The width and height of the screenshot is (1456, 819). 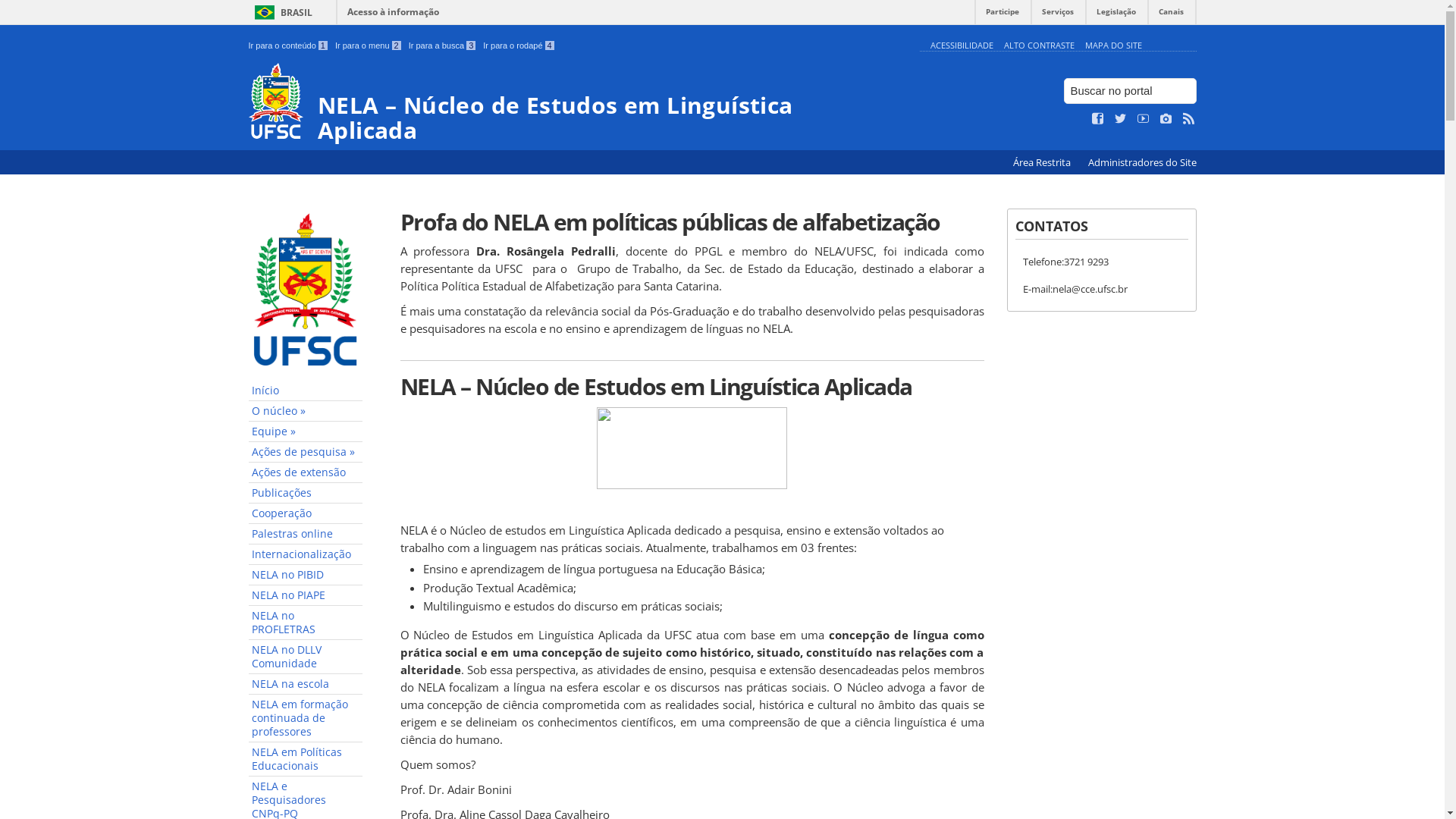 I want to click on 'Ir para a busca 3', so click(x=441, y=45).